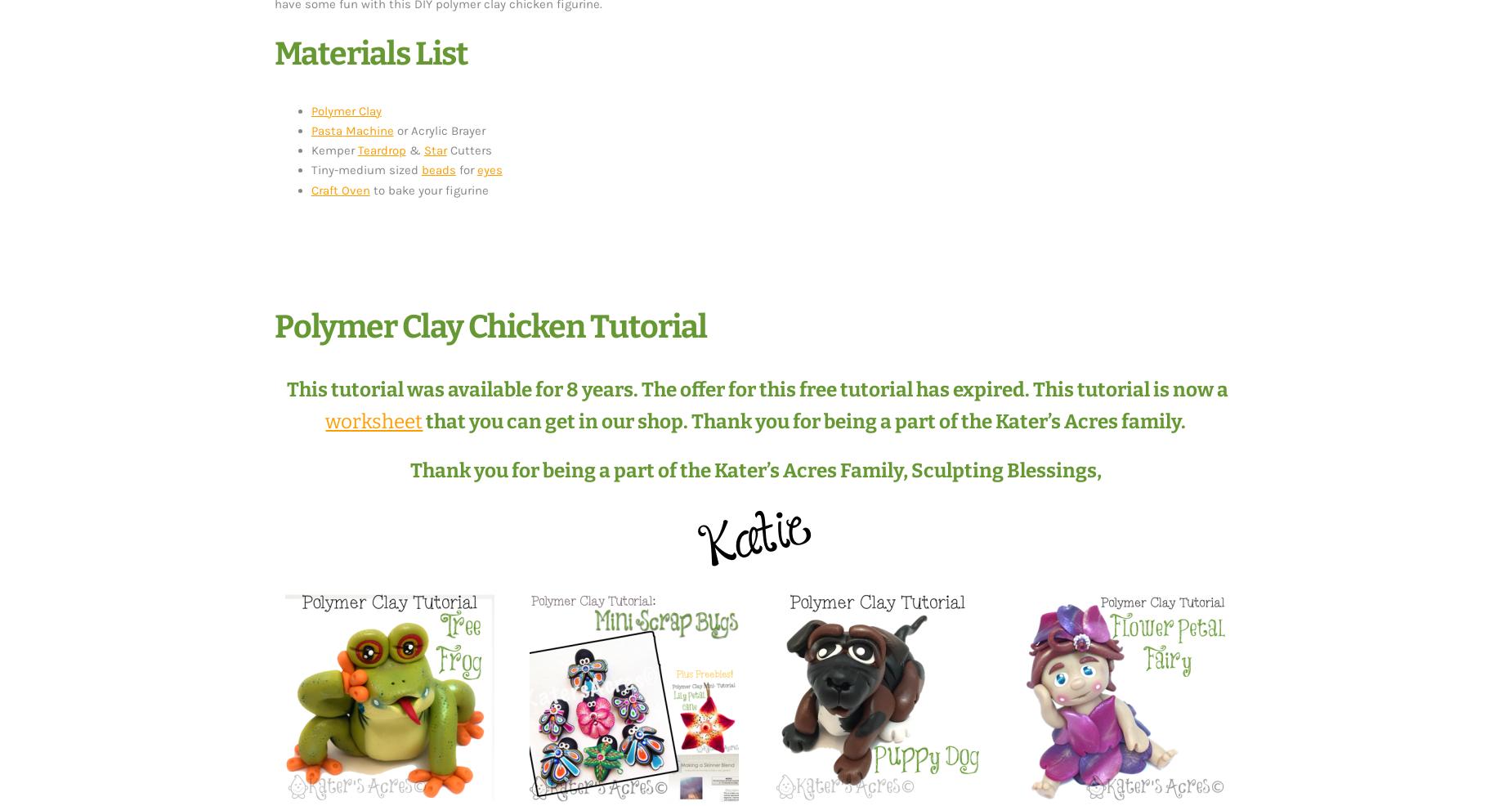 Image resolution: width=1512 pixels, height=806 pixels. Describe the element at coordinates (344, 110) in the screenshot. I see `'Polymer Clay'` at that location.